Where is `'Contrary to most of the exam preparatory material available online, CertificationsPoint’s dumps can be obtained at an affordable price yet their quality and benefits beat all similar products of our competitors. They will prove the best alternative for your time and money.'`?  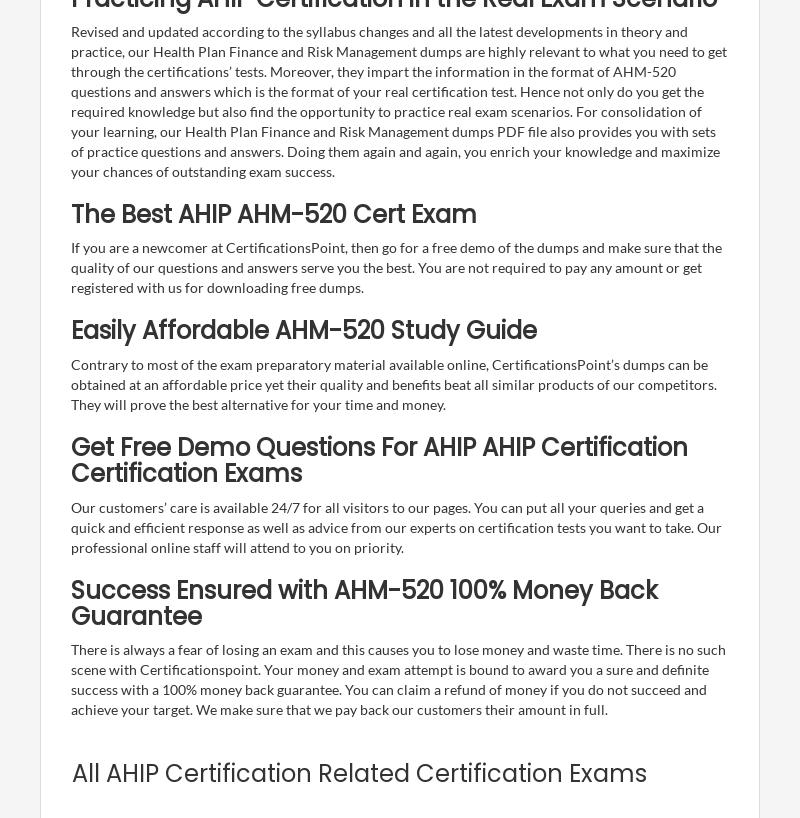 'Contrary to most of the exam preparatory material available online, CertificationsPoint’s dumps can be obtained at an affordable price yet their quality and benefits beat all similar products of our competitors. They will prove the best alternative for your time and money.' is located at coordinates (70, 383).